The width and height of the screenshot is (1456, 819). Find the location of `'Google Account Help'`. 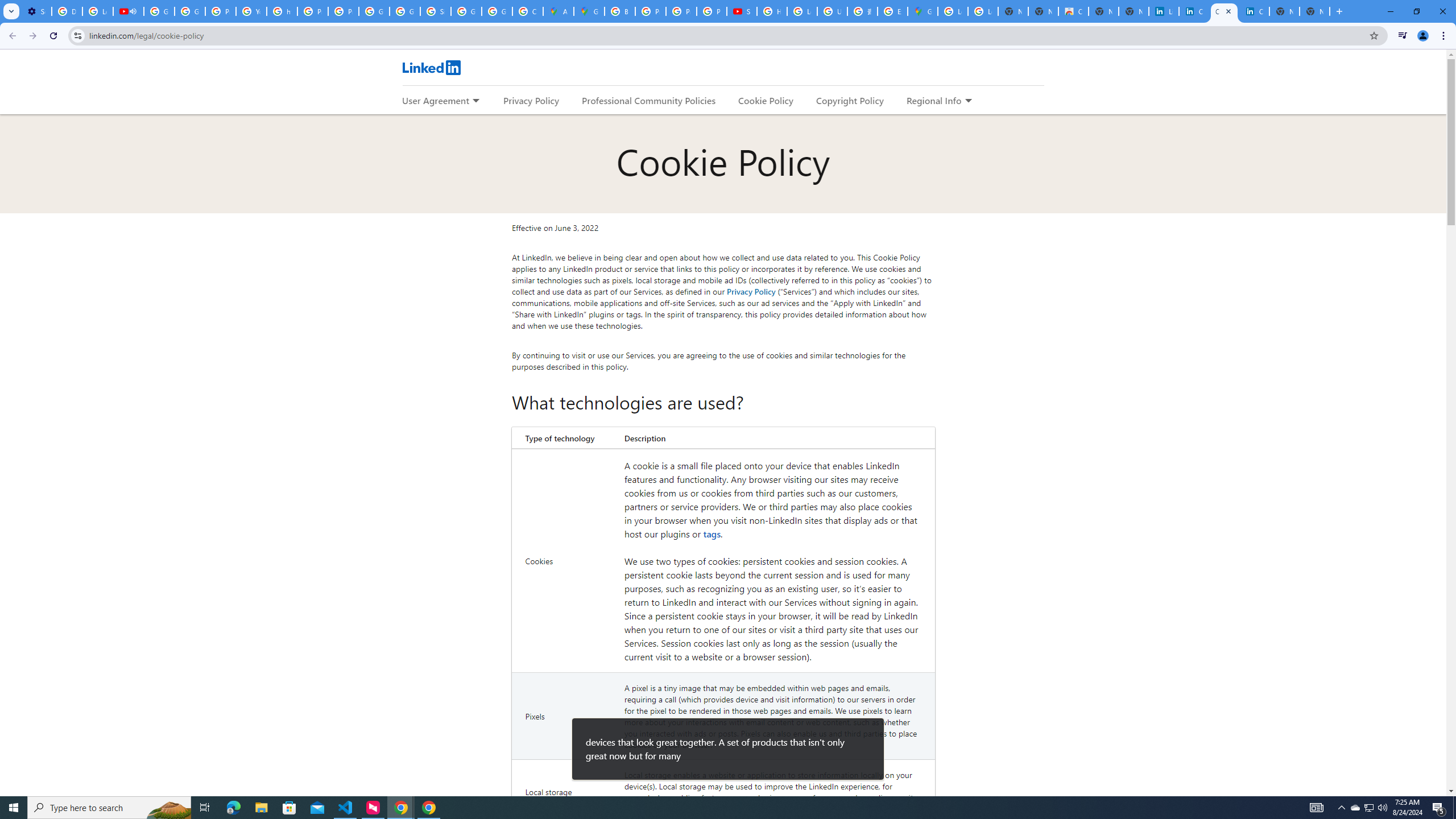

'Google Account Help' is located at coordinates (190, 11).